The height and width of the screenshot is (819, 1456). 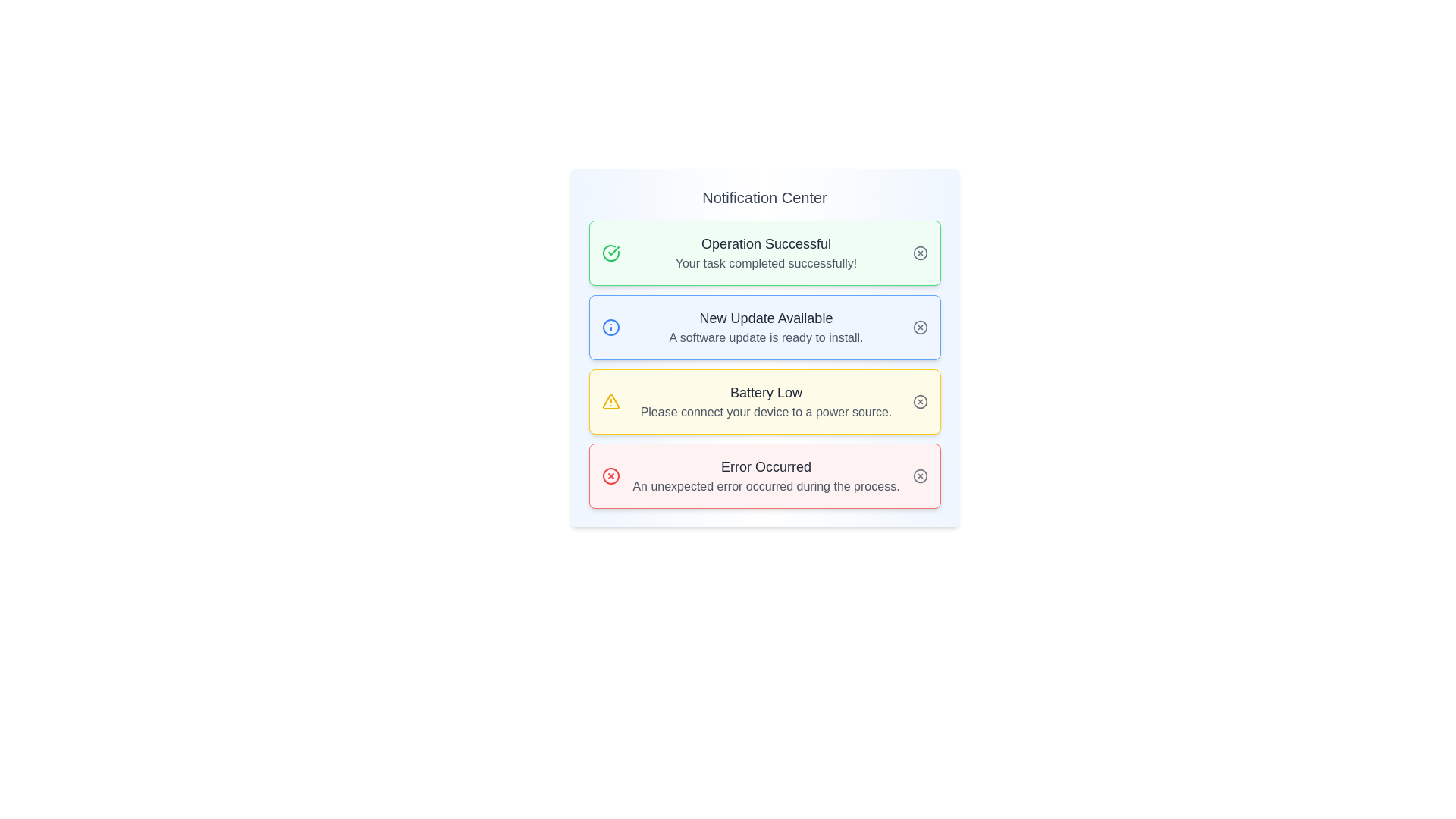 What do you see at coordinates (919, 327) in the screenshot?
I see `the circular vector graphic, which is part of the icon displayed alongside the 'New Update Available' notification, located at the rightmost side of the notification box` at bounding box center [919, 327].